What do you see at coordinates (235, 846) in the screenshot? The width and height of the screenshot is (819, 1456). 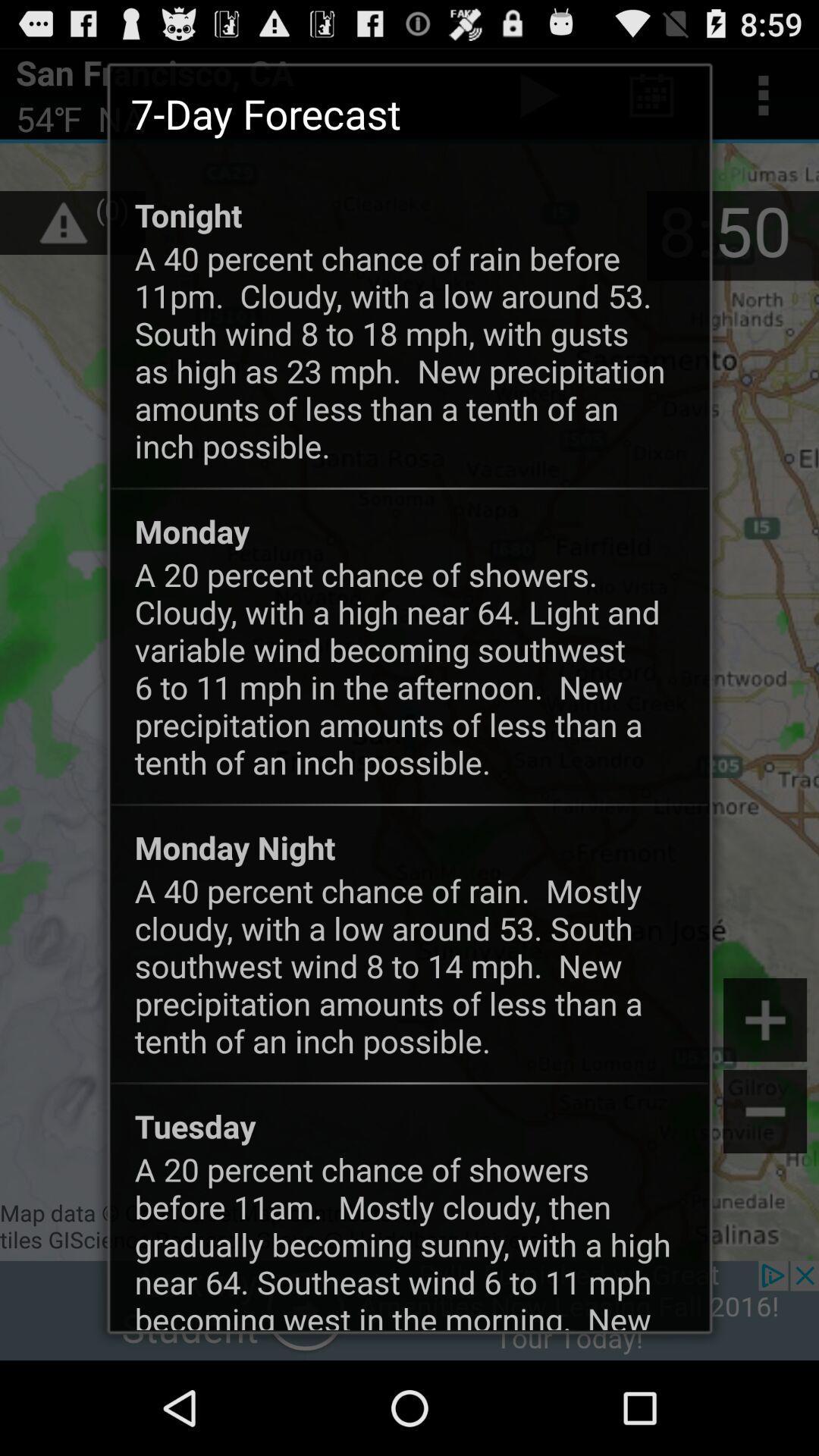 I see `icon above the a 40 percent icon` at bounding box center [235, 846].